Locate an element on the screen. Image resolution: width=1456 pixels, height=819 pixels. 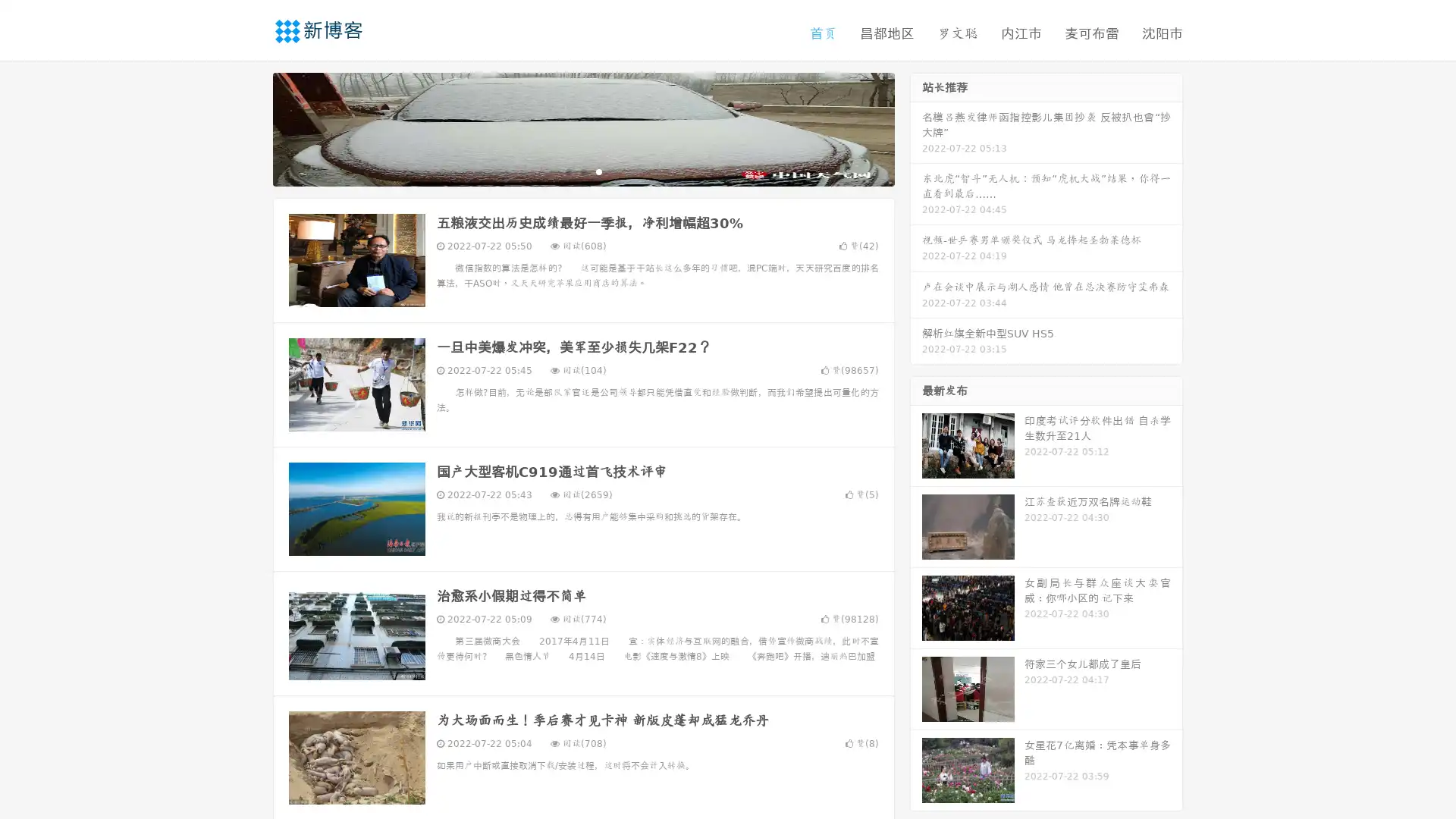
Go to slide 2 is located at coordinates (582, 171).